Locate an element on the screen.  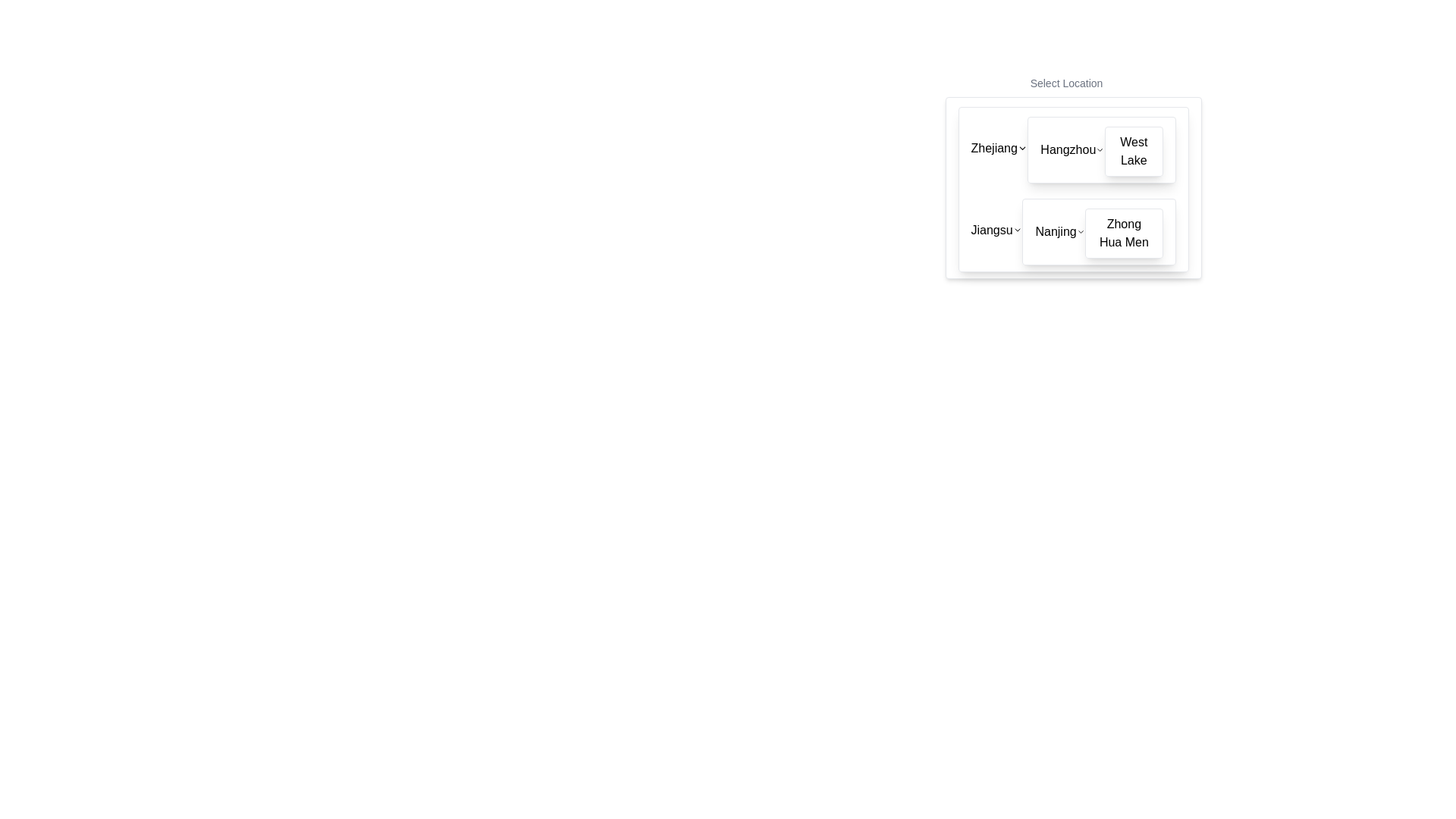
the Chevron icon (dropdown indicator) located to the right of the text 'Zhejiang' is located at coordinates (1022, 149).